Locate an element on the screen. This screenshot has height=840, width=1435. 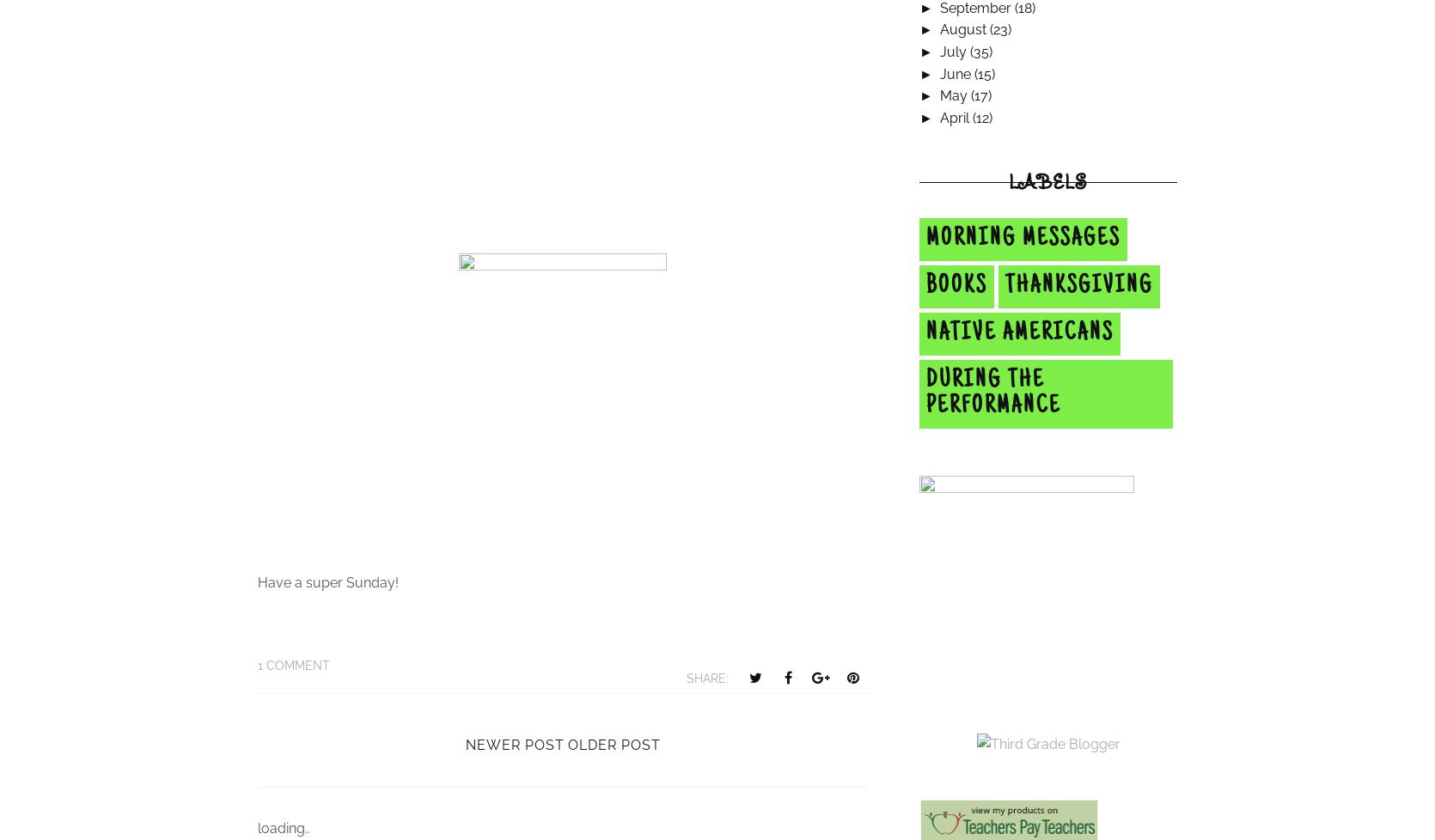
'(12)' is located at coordinates (980, 117).